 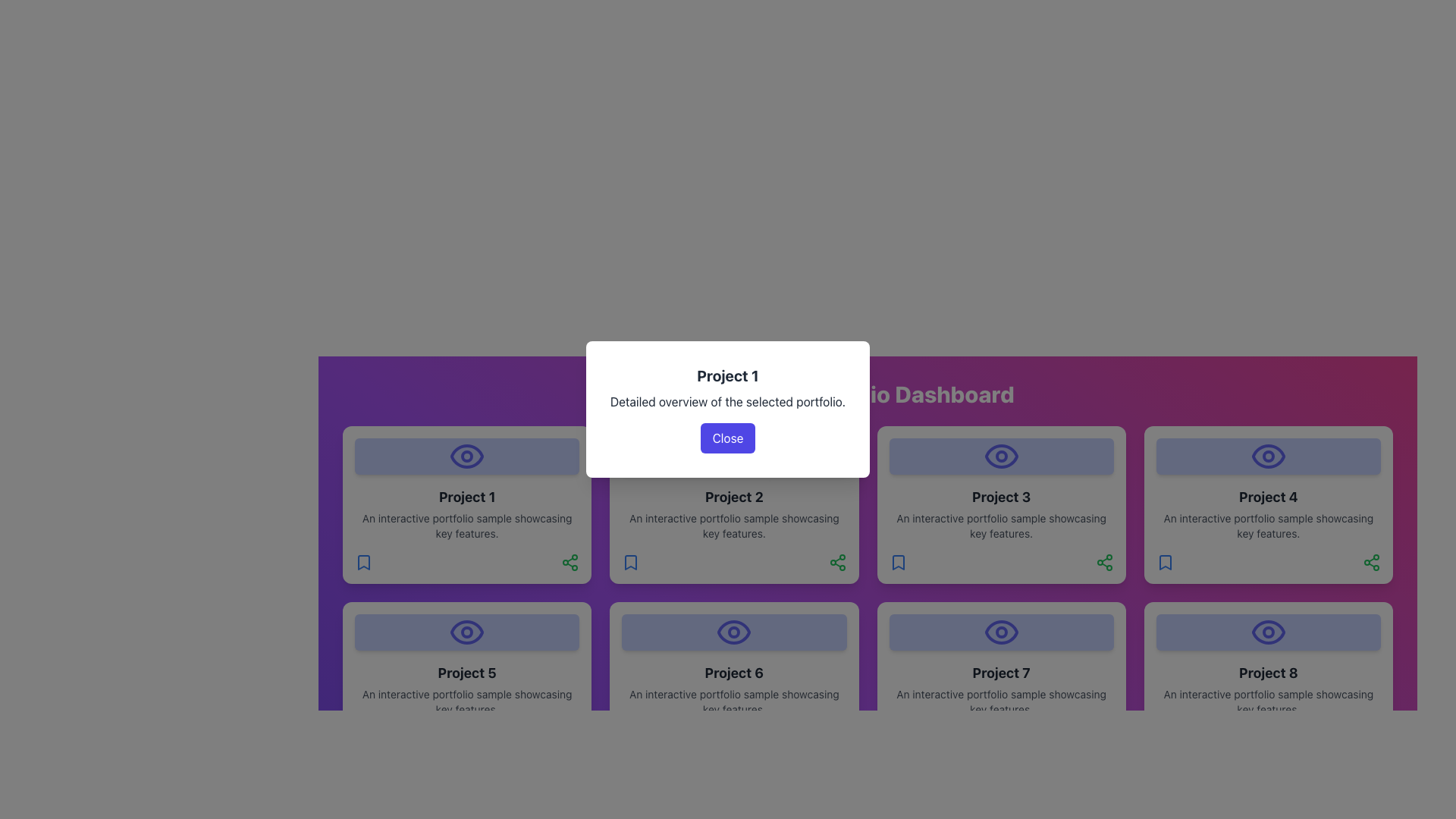 I want to click on the stylized blue eye icon located in the 'Project 3' card, positioned in the second row, rightmost column of the grid layout, so click(x=1001, y=455).